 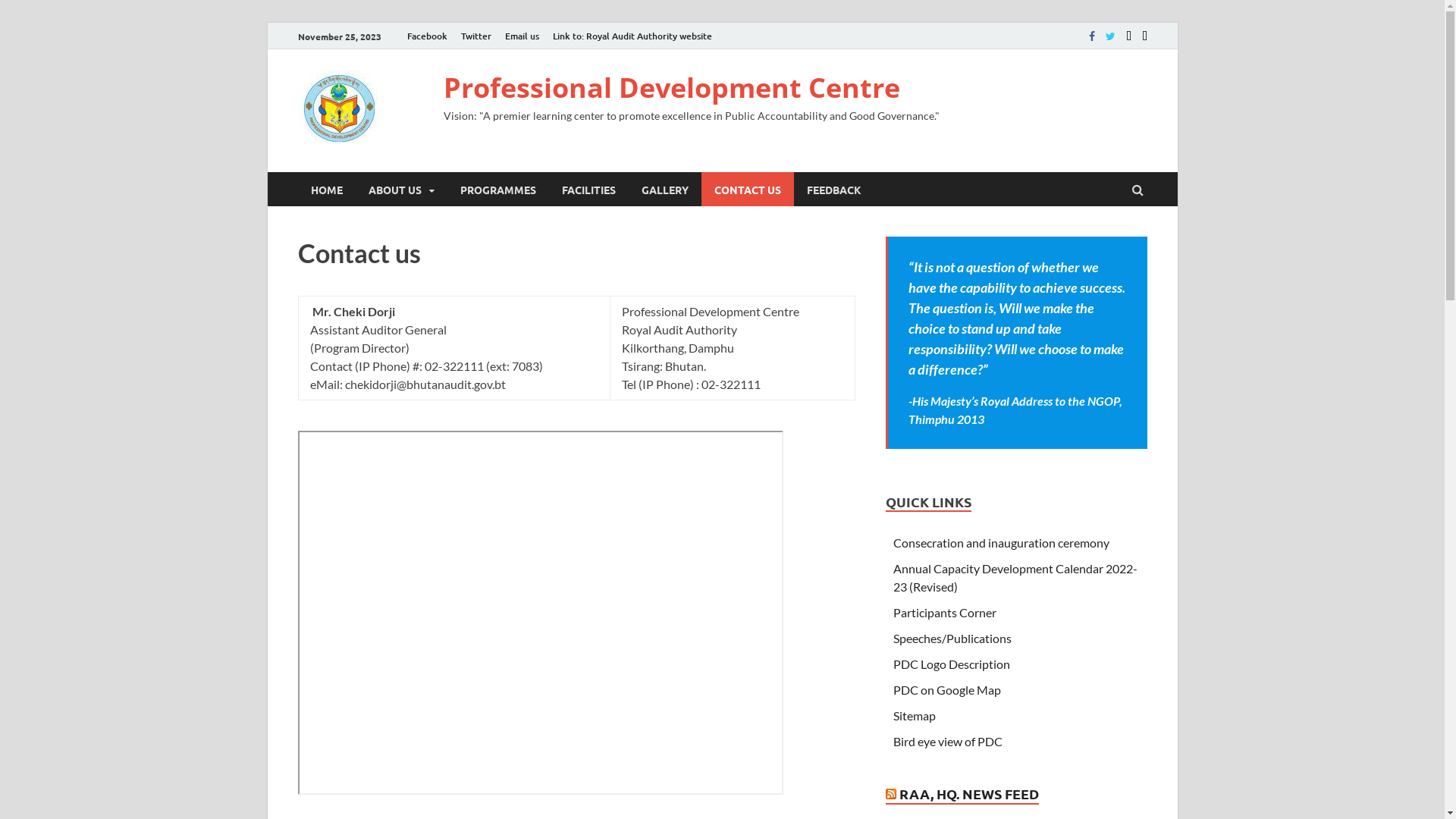 I want to click on 'PROGRAMMES', so click(x=498, y=188).